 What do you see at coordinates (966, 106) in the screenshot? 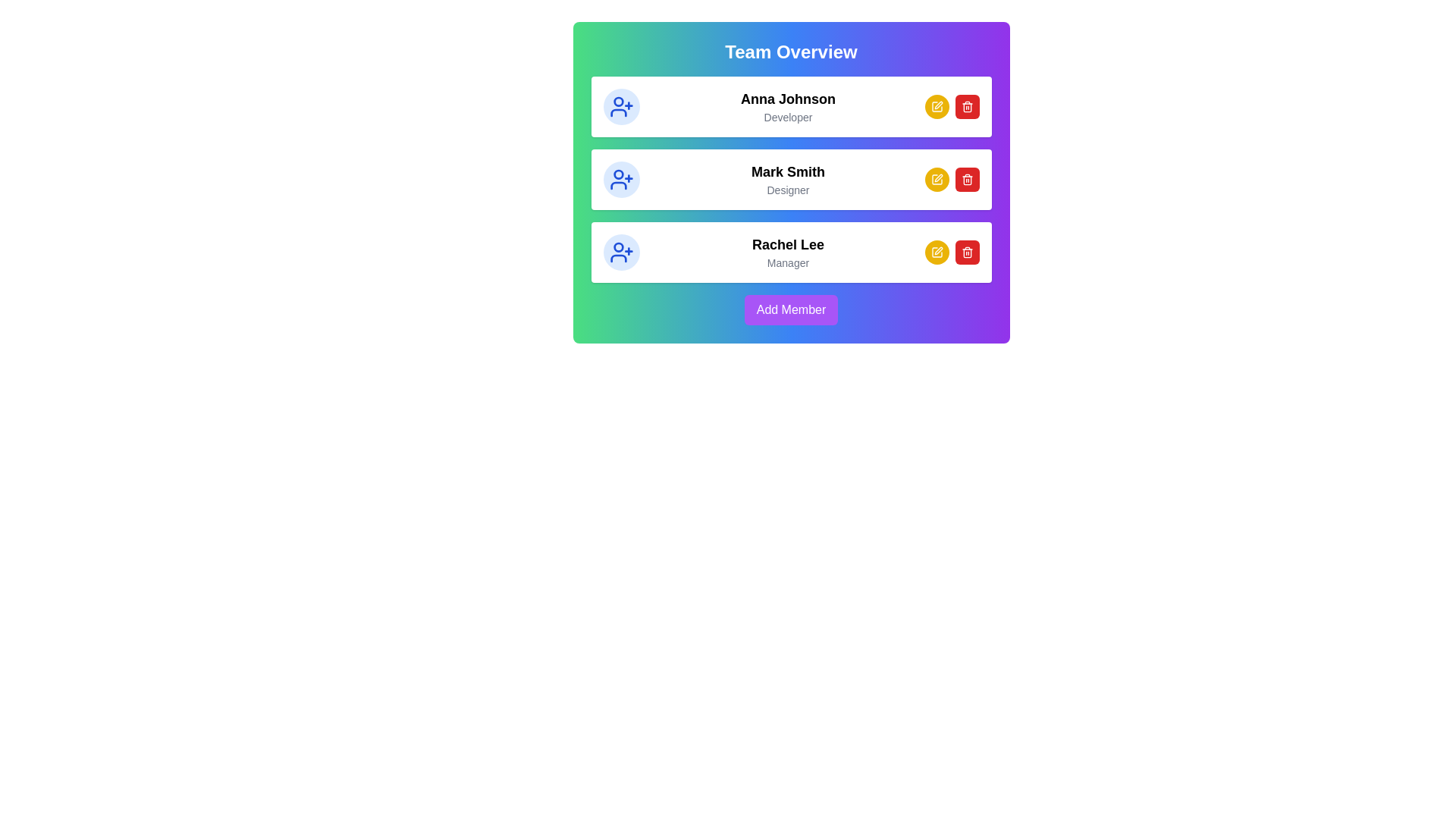
I see `the delete button for the user 'Anna Johnson' located at the rightmost position in the user management interface` at bounding box center [966, 106].